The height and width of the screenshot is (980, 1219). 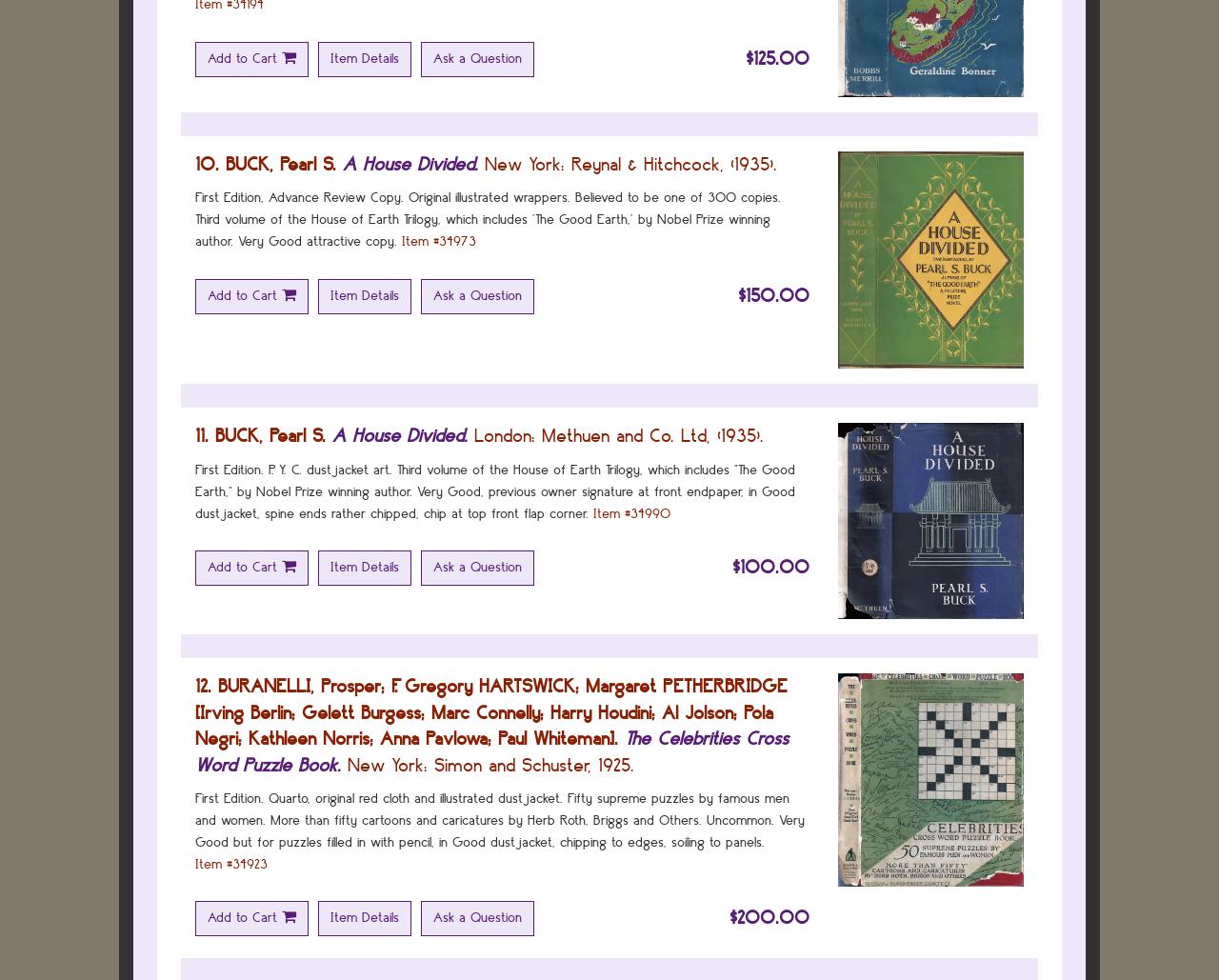 What do you see at coordinates (770, 567) in the screenshot?
I see `'$100.00'` at bounding box center [770, 567].